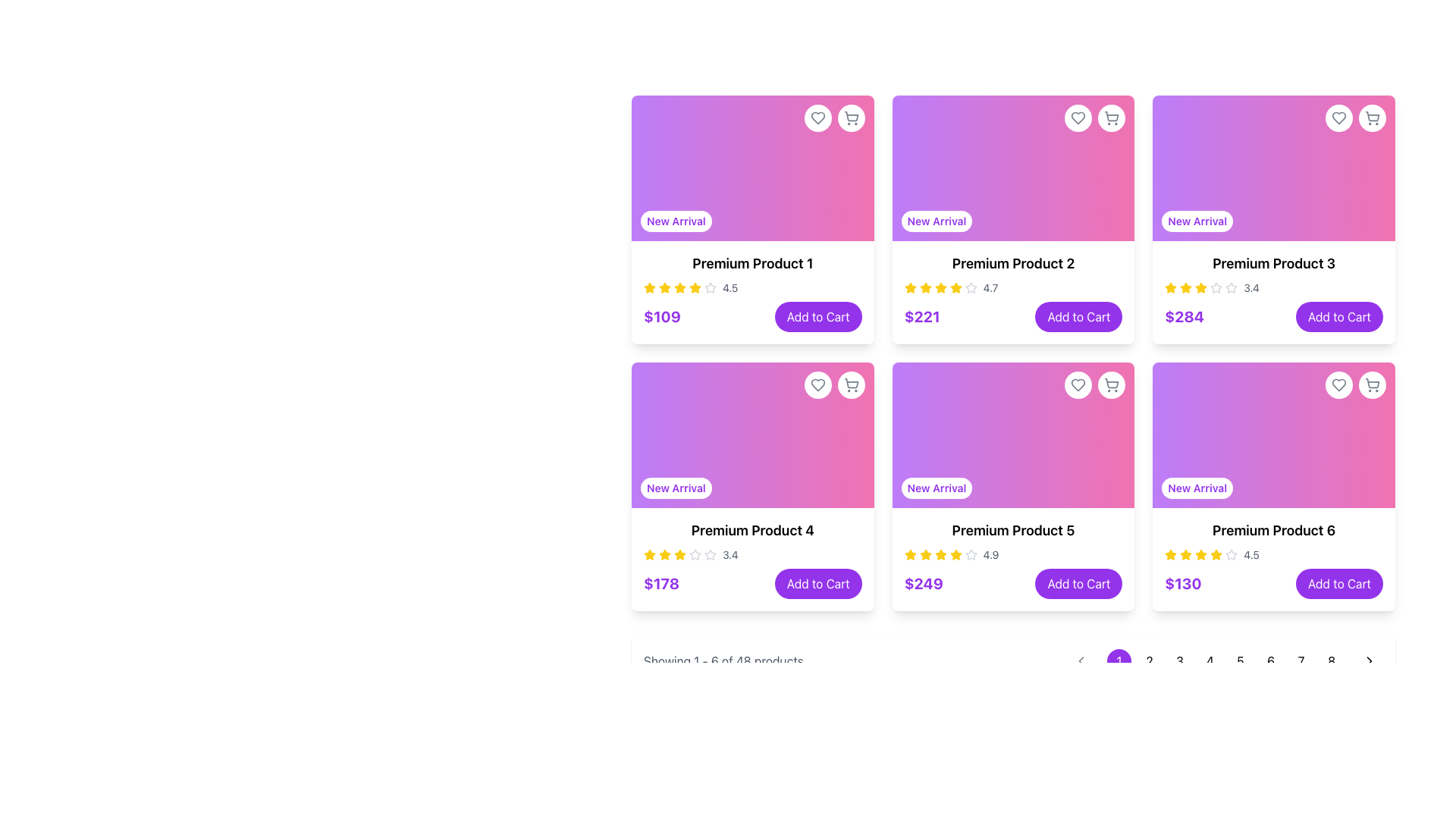 This screenshot has width=1456, height=819. I want to click on the button located in the bottom-right corner of the card for 'Premium Product 4', so click(817, 583).